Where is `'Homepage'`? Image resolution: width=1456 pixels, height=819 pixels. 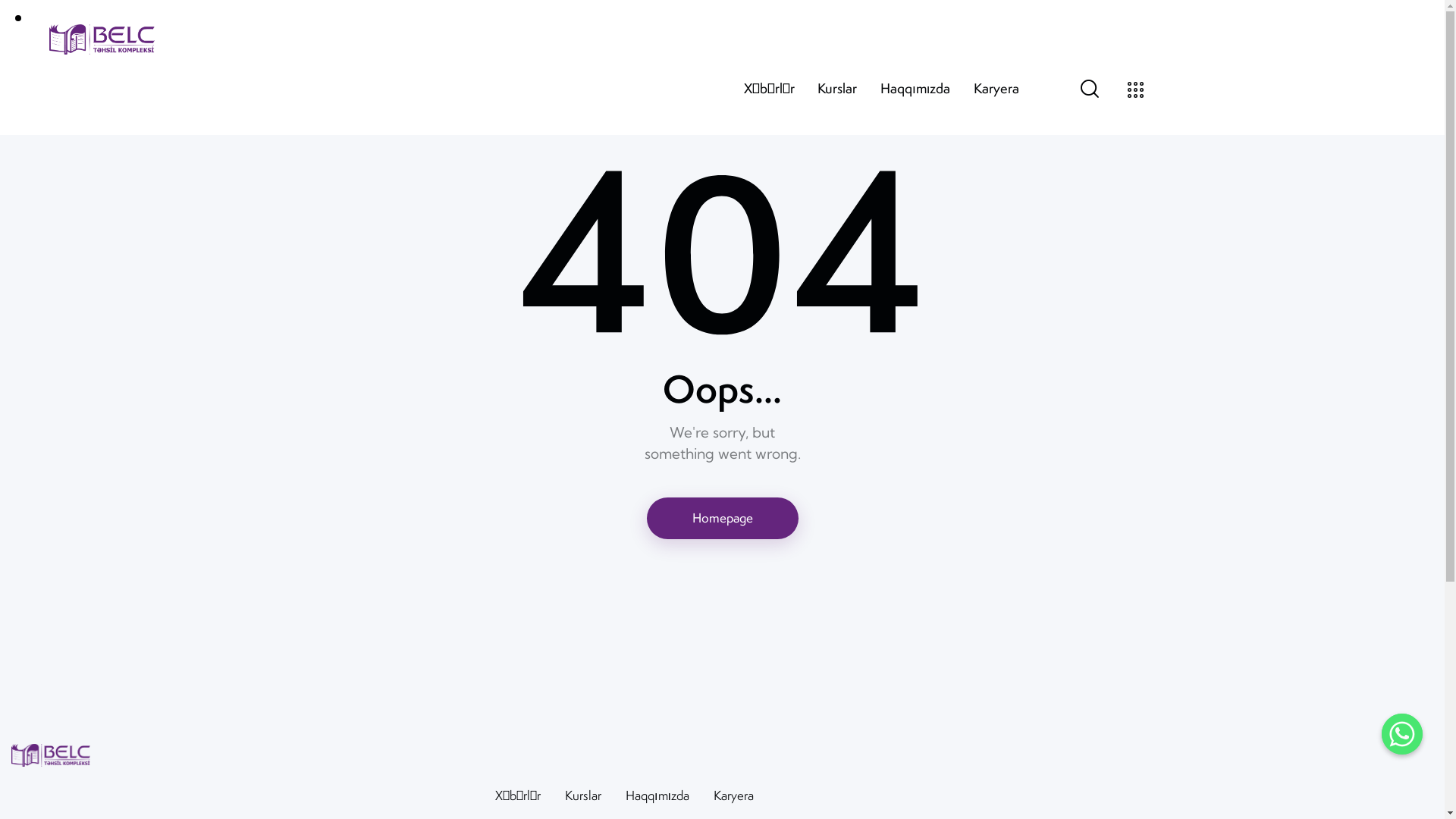 'Homepage' is located at coordinates (720, 517).